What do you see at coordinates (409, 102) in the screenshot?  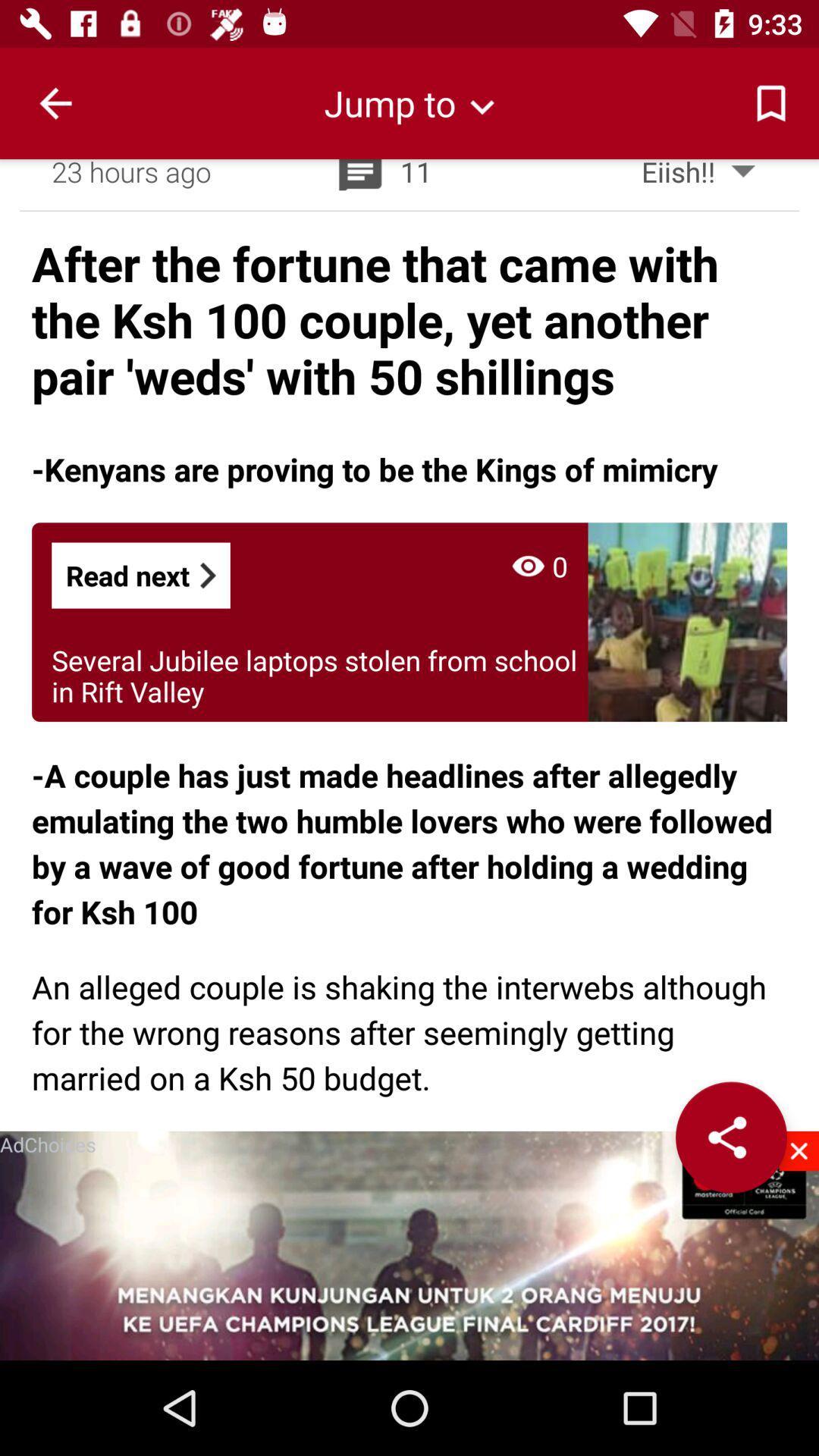 I see `the item above the 23 hours ago item` at bounding box center [409, 102].